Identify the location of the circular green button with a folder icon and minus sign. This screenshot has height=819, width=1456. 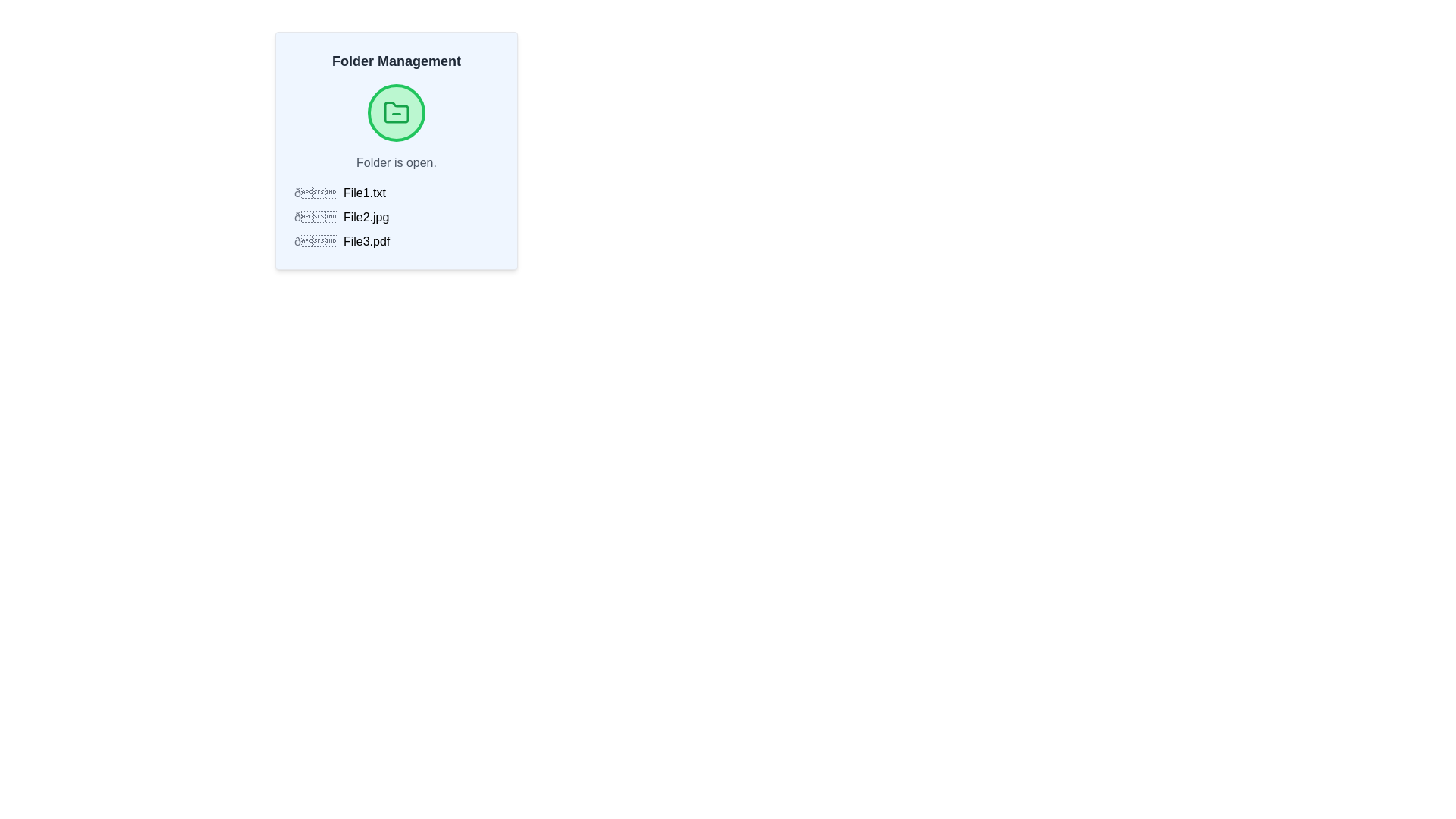
(397, 112).